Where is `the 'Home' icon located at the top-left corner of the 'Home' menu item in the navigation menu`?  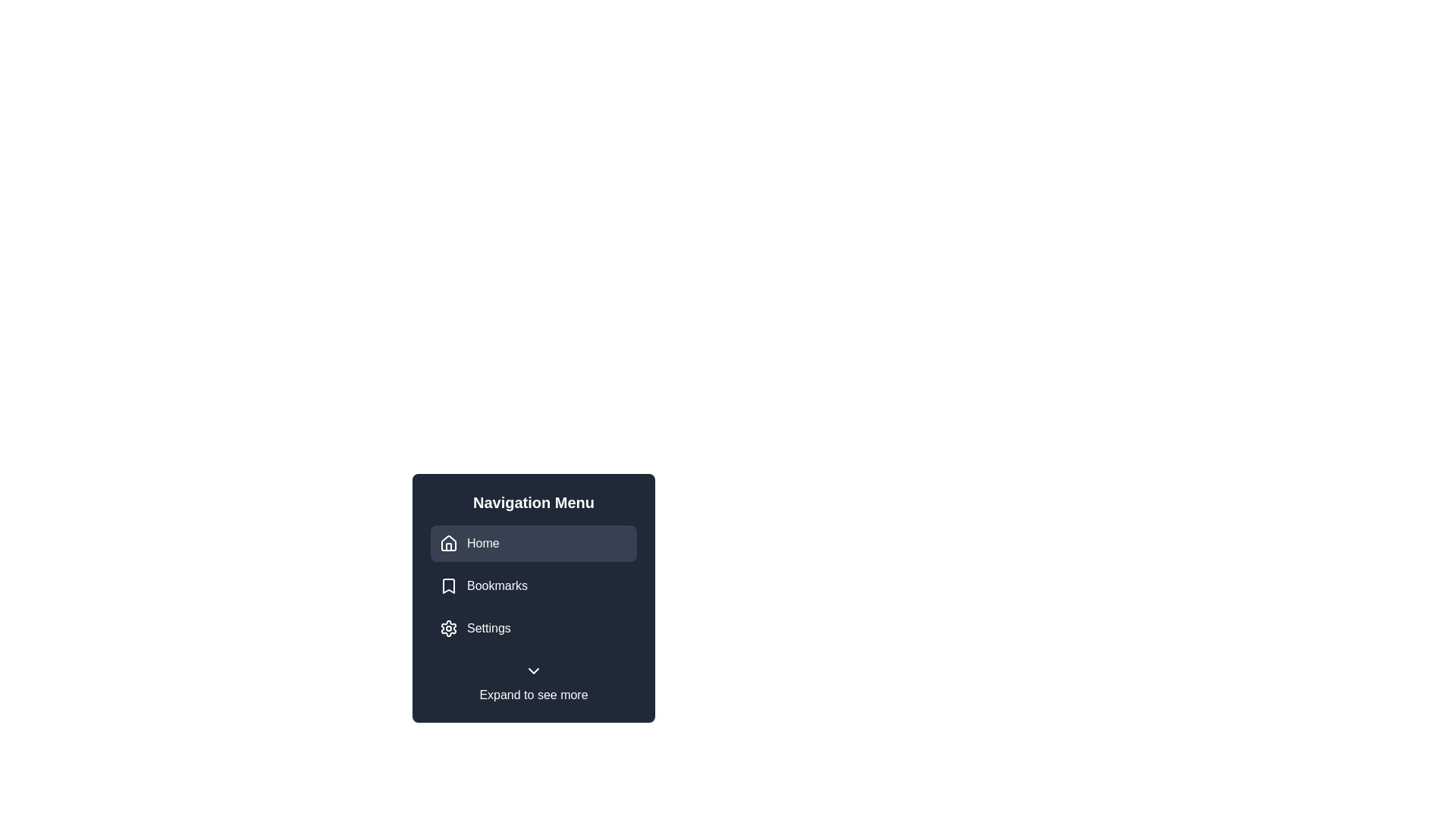 the 'Home' icon located at the top-left corner of the 'Home' menu item in the navigation menu is located at coordinates (447, 543).